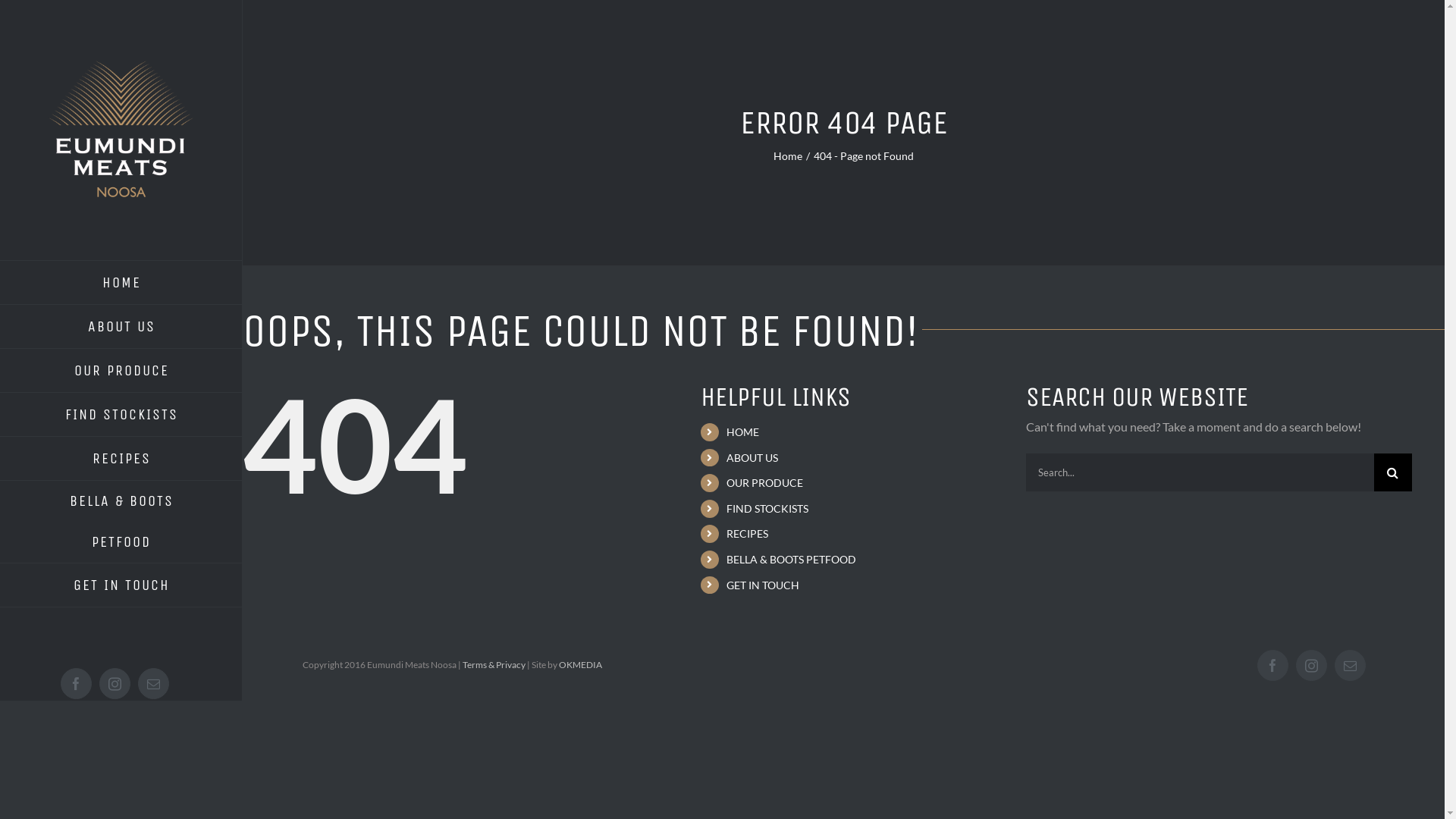 This screenshot has height=819, width=1456. I want to click on 'Home', so click(787, 155).